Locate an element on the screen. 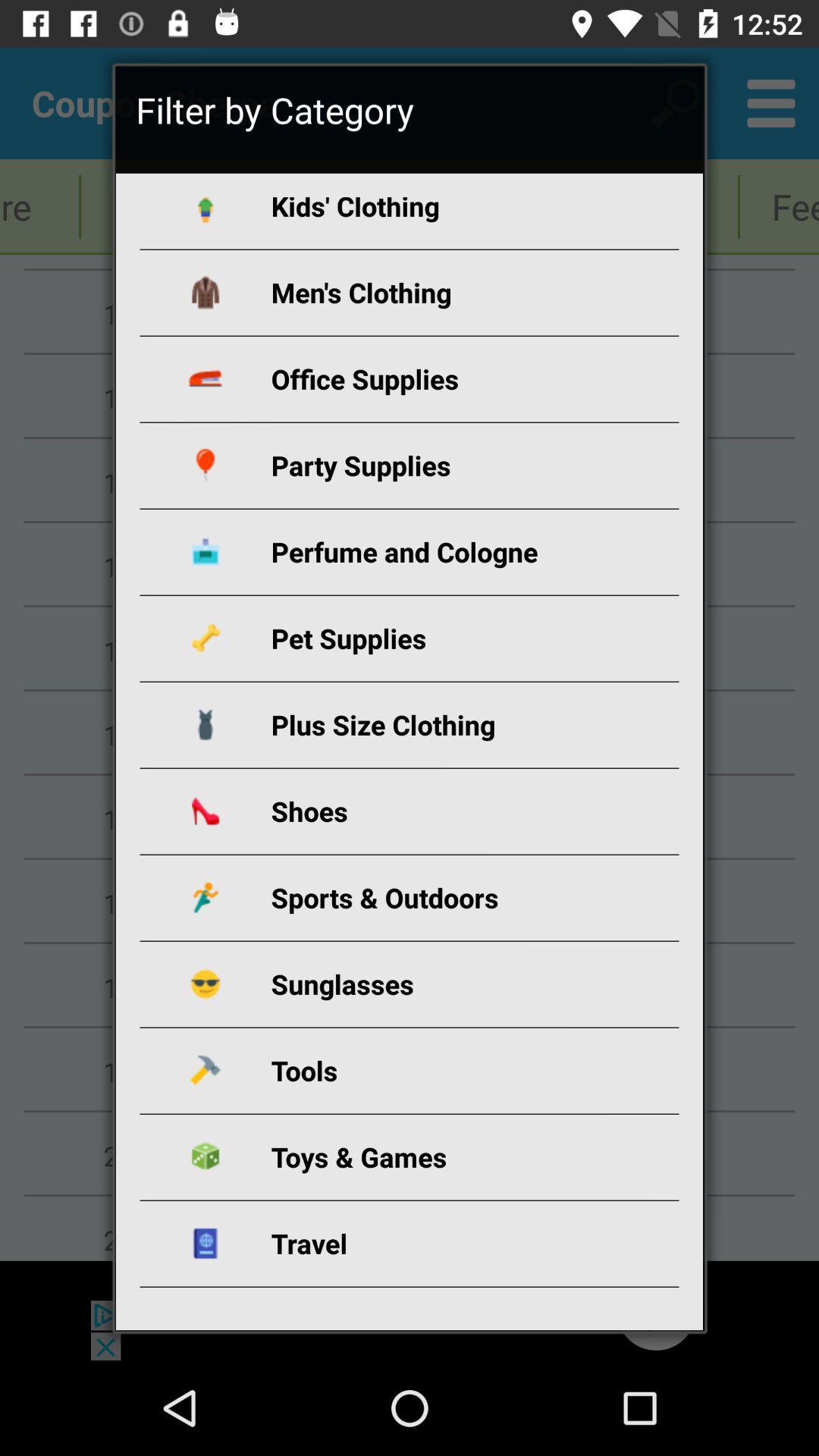 Image resolution: width=819 pixels, height=1456 pixels. sports & outdoors is located at coordinates (427, 897).